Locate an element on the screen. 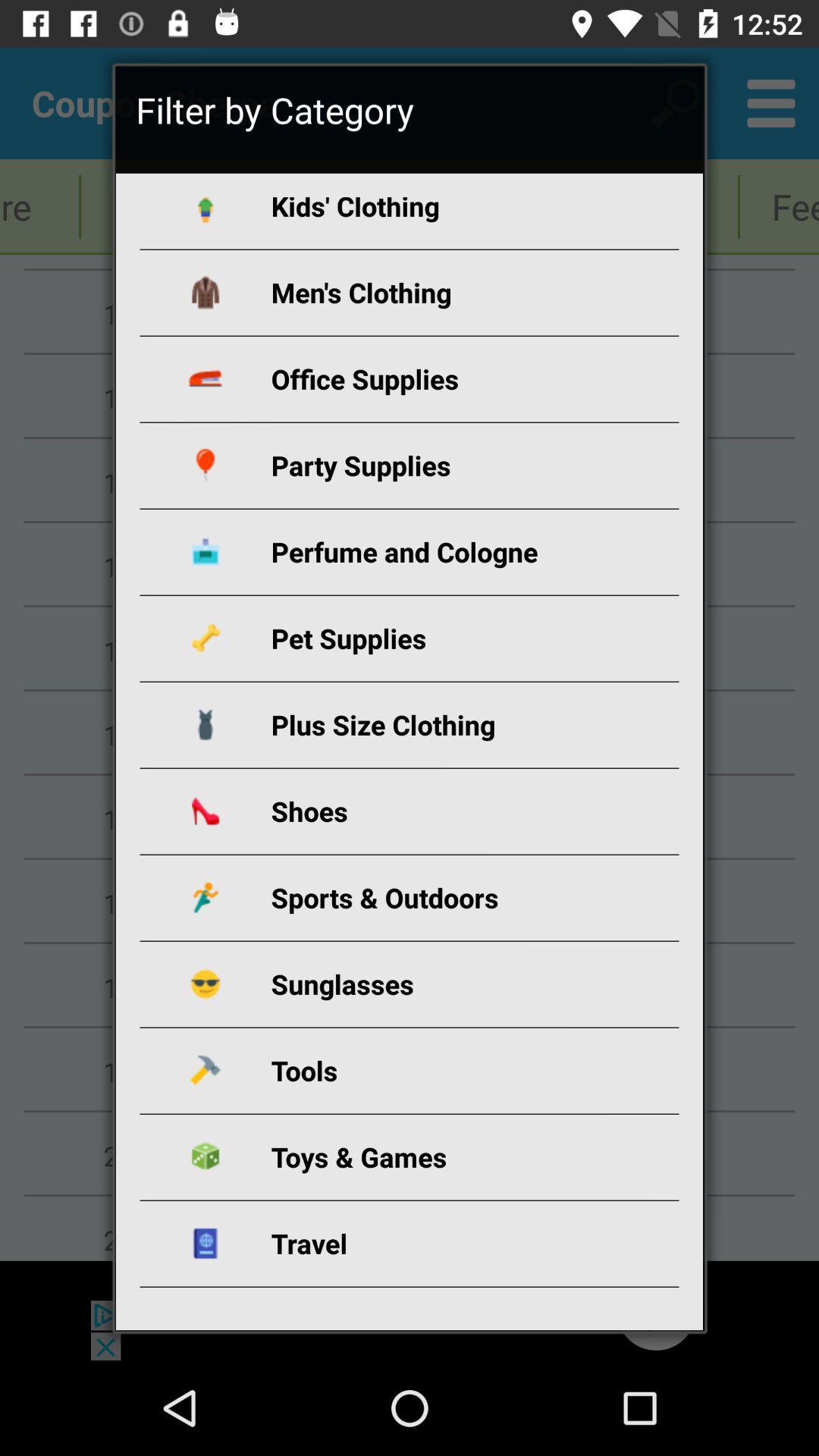 Image resolution: width=819 pixels, height=1456 pixels. sports & outdoors is located at coordinates (427, 897).